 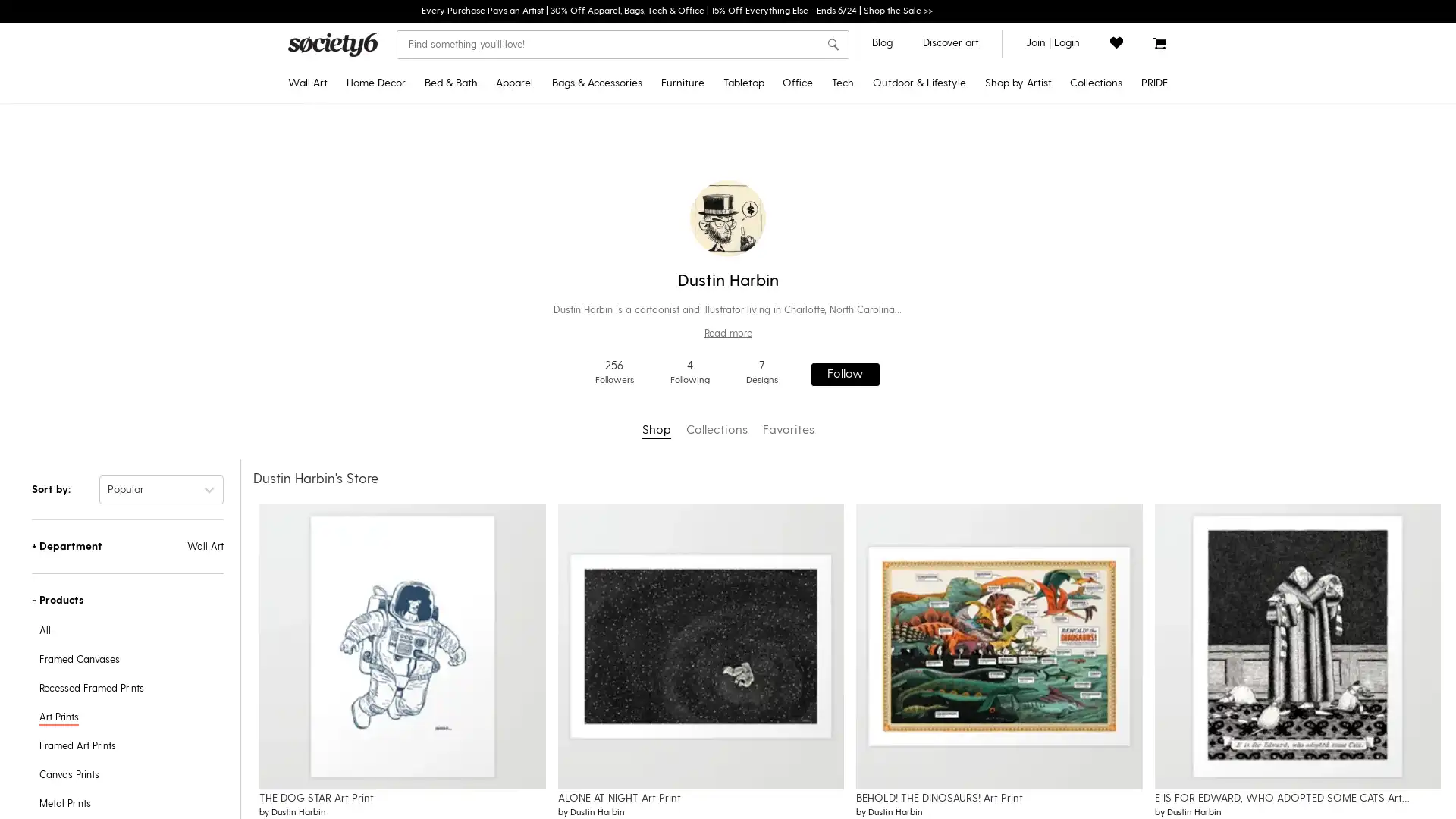 What do you see at coordinates (939, 415) in the screenshot?
I see `Folding Stools` at bounding box center [939, 415].